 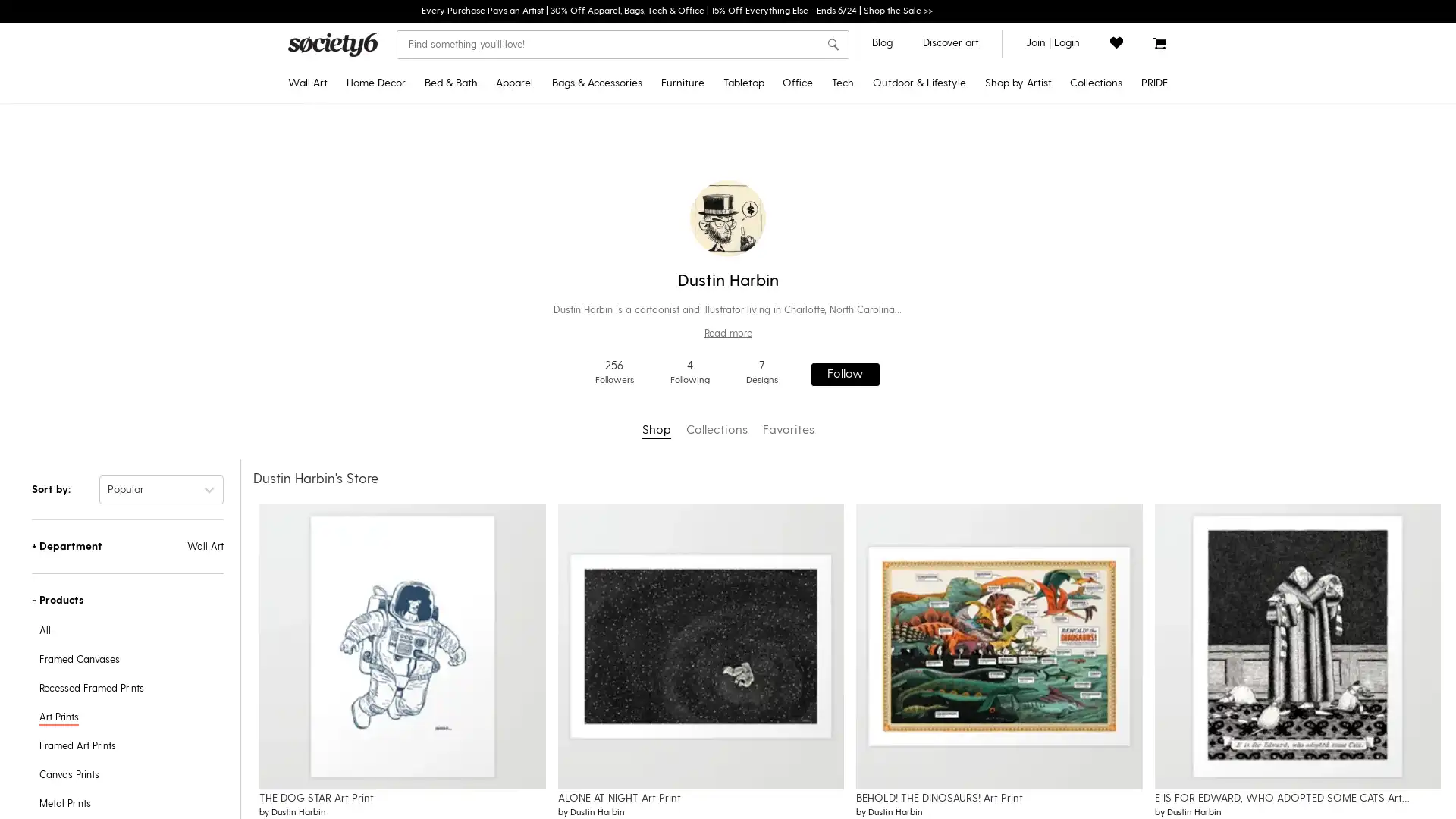 What do you see at coordinates (939, 415) in the screenshot?
I see `Folding Stools` at bounding box center [939, 415].